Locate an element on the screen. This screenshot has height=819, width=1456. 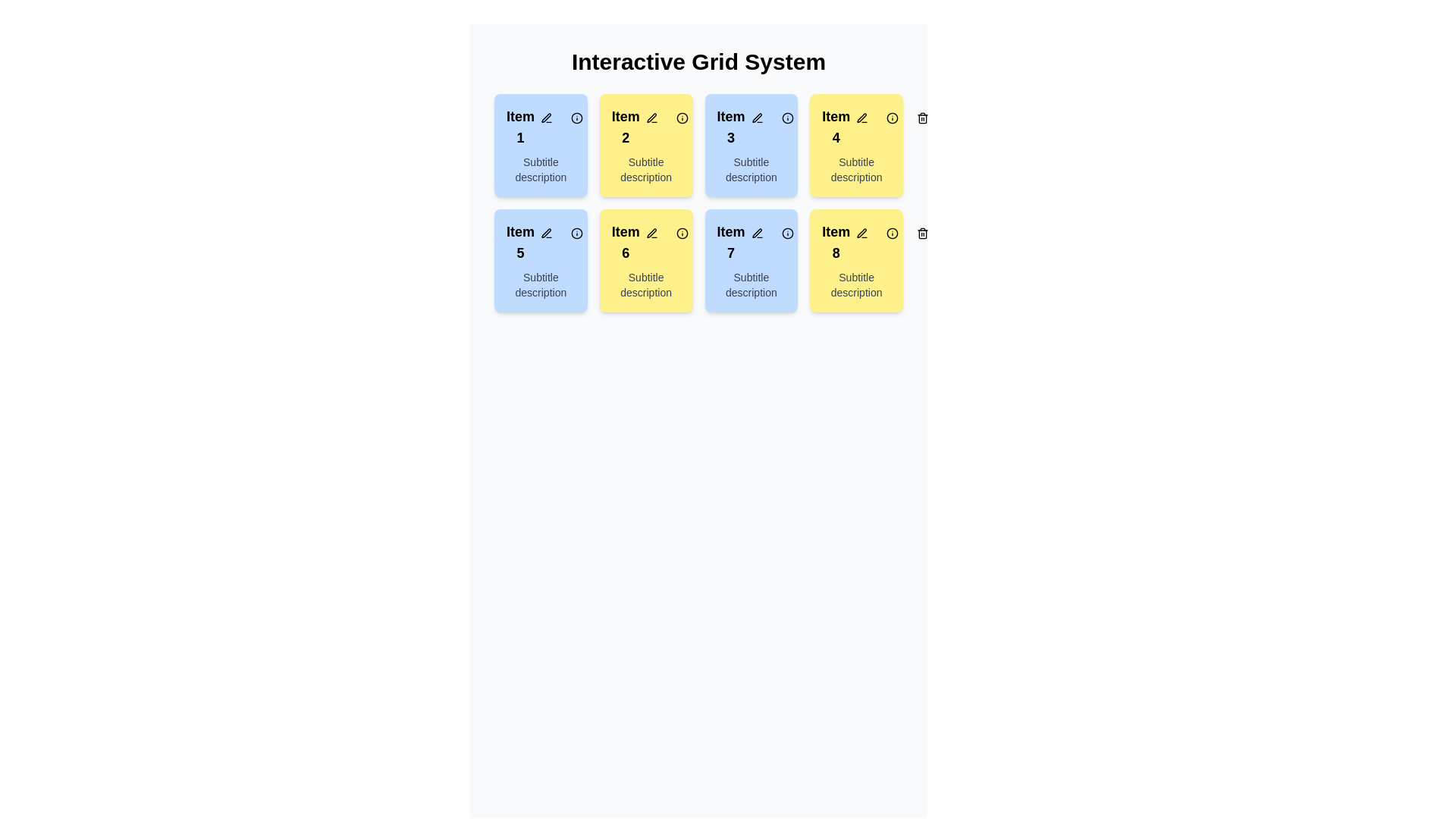
the circular part of the information icon located in the top-left card labeled 'Item 1' with a light blue background is located at coordinates (576, 117).